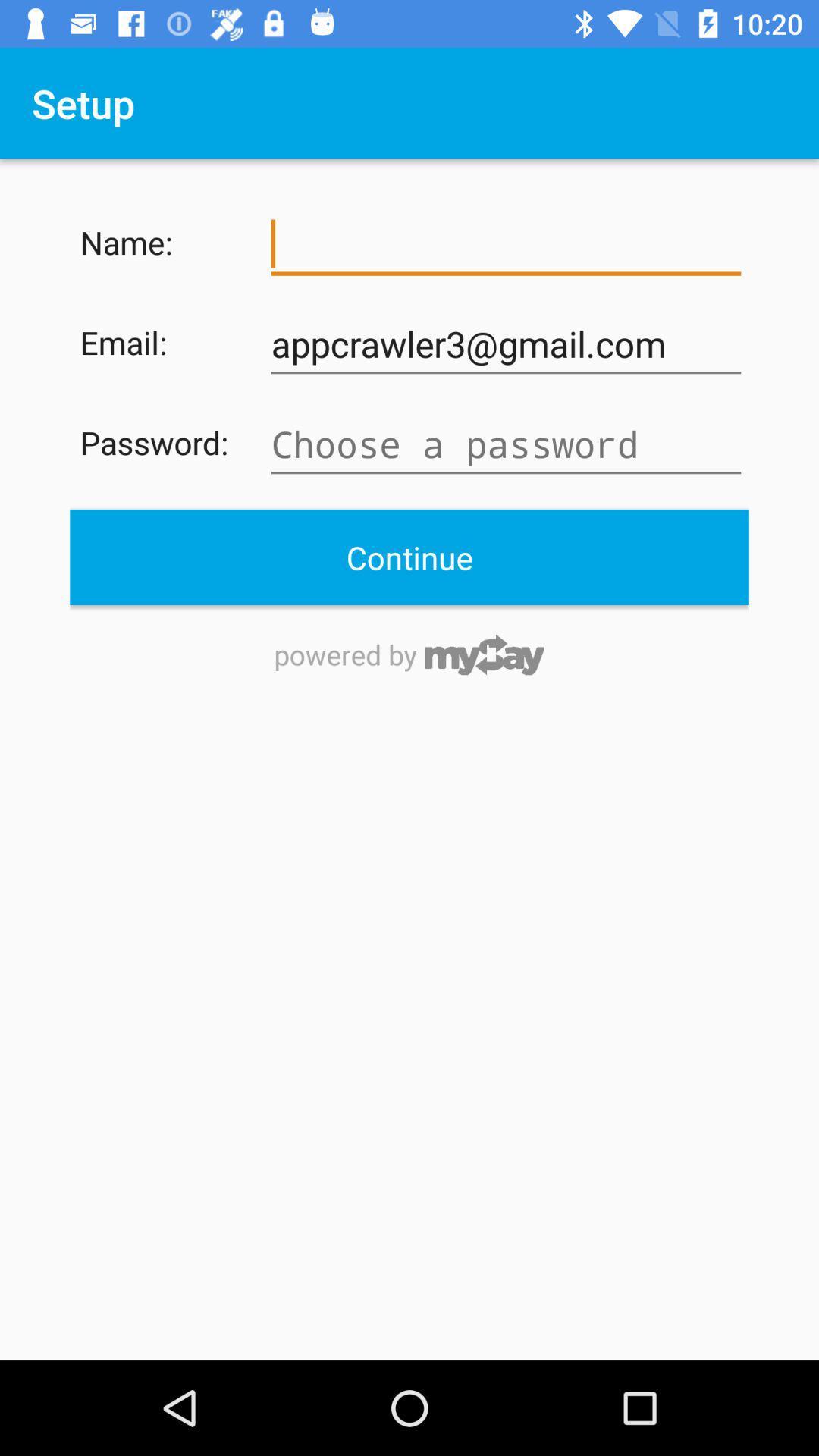  Describe the element at coordinates (506, 244) in the screenshot. I see `name field` at that location.